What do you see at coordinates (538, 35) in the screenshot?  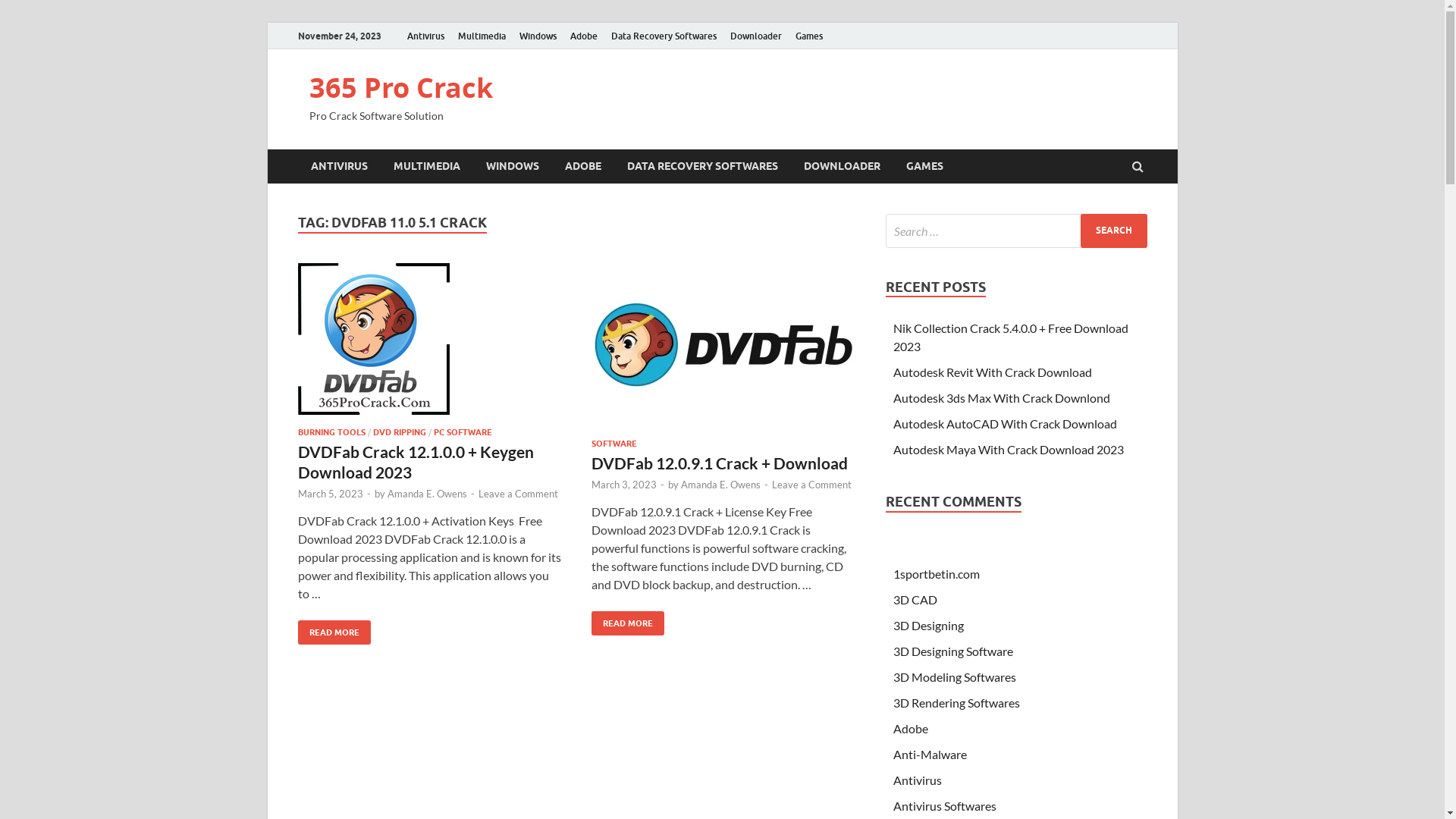 I see `'Windows'` at bounding box center [538, 35].